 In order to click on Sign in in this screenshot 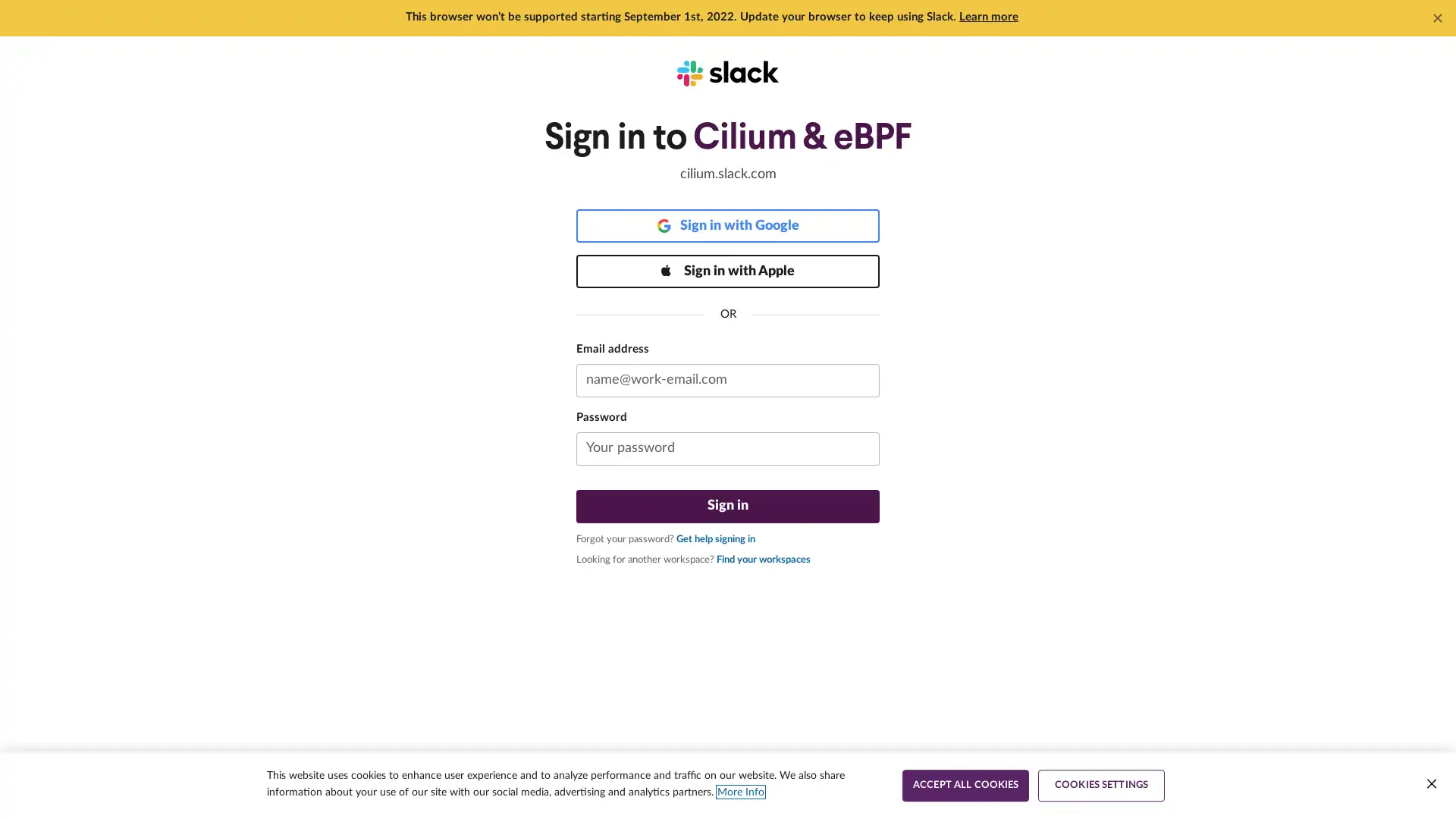, I will do `click(728, 506)`.